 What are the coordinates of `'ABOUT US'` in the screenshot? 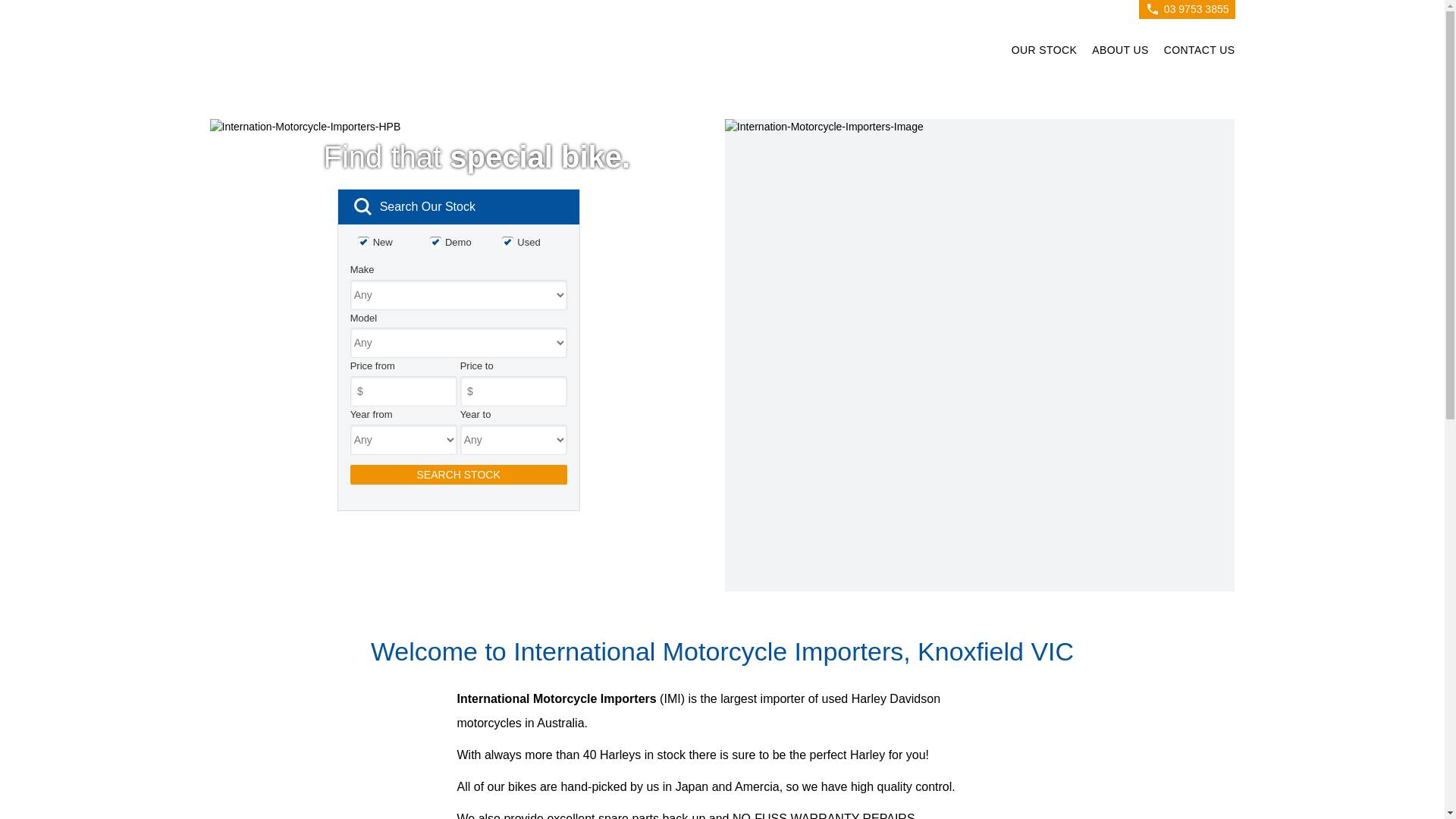 It's located at (1120, 52).